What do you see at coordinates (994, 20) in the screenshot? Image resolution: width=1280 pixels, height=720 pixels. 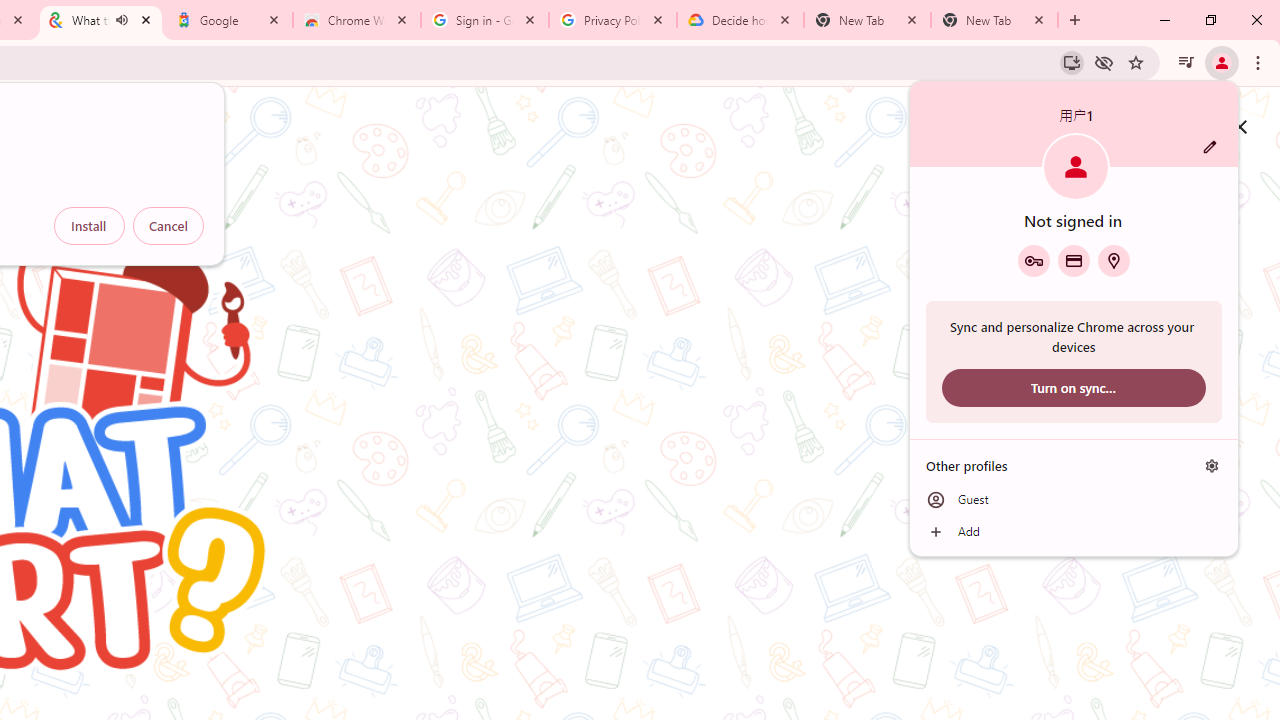 I see `'New Tab'` at bounding box center [994, 20].